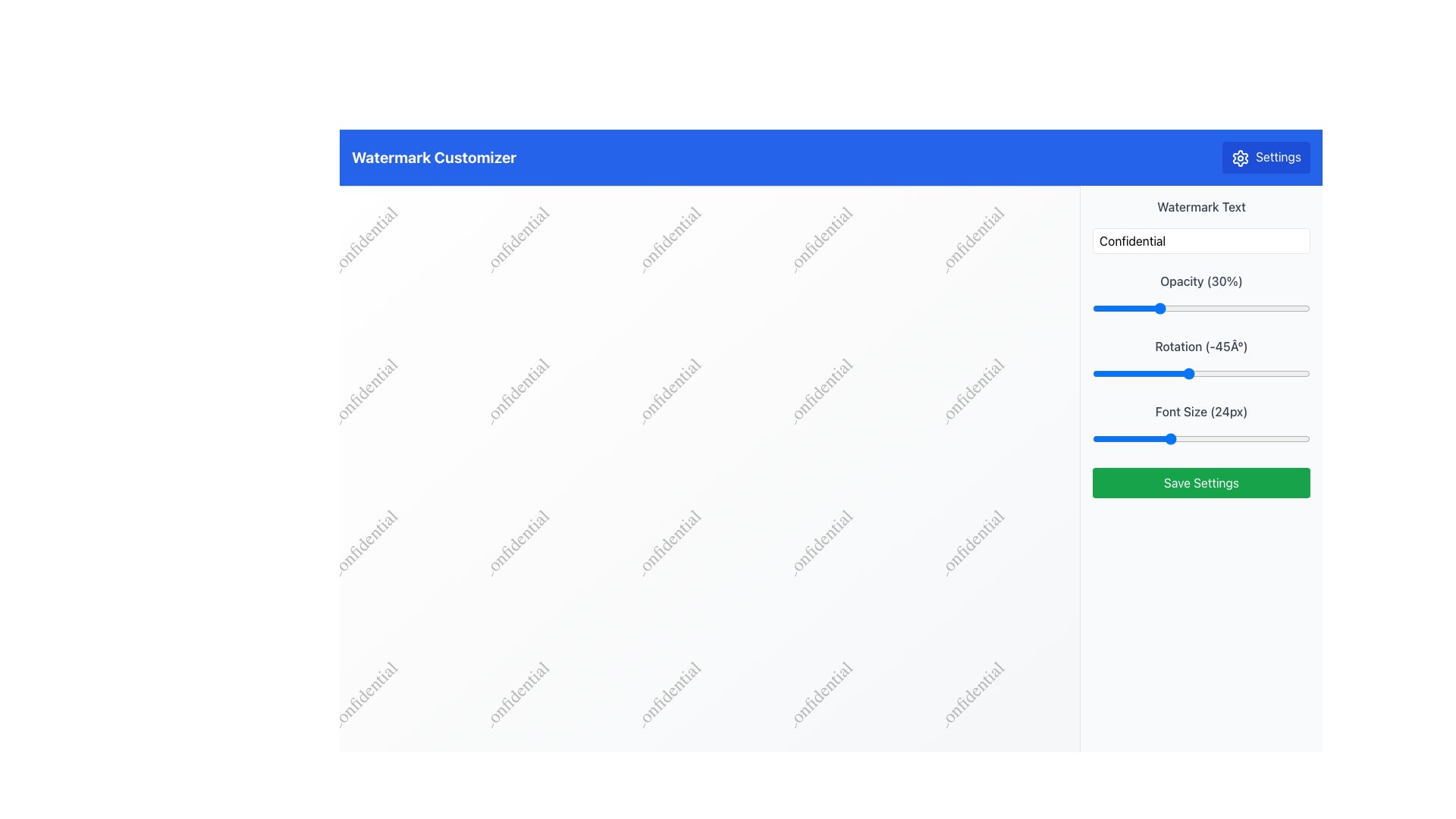 The image size is (1456, 819). Describe the element at coordinates (1190, 307) in the screenshot. I see `the opacity` at that location.